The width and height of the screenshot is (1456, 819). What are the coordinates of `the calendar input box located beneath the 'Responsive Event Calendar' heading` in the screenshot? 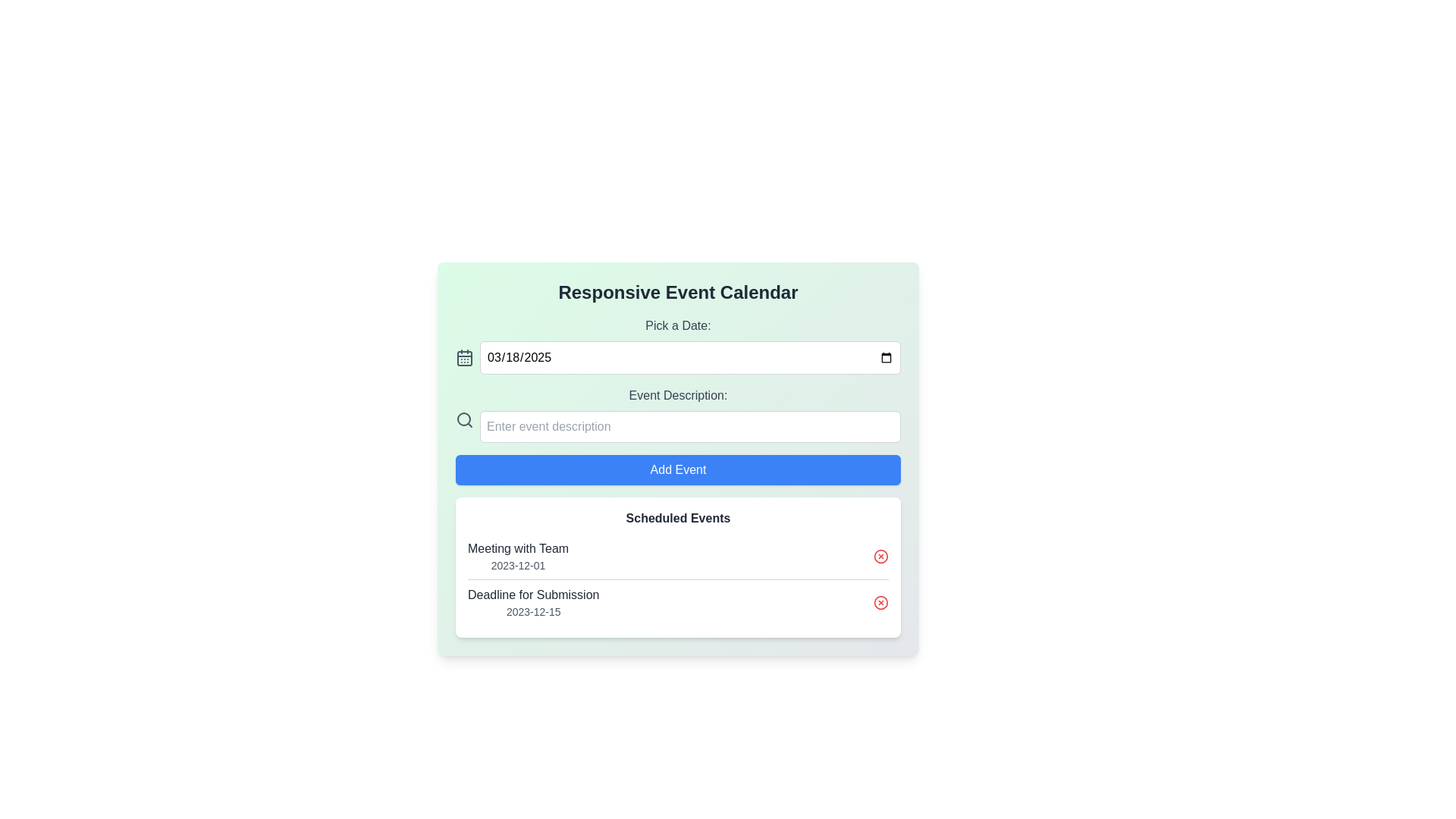 It's located at (677, 345).